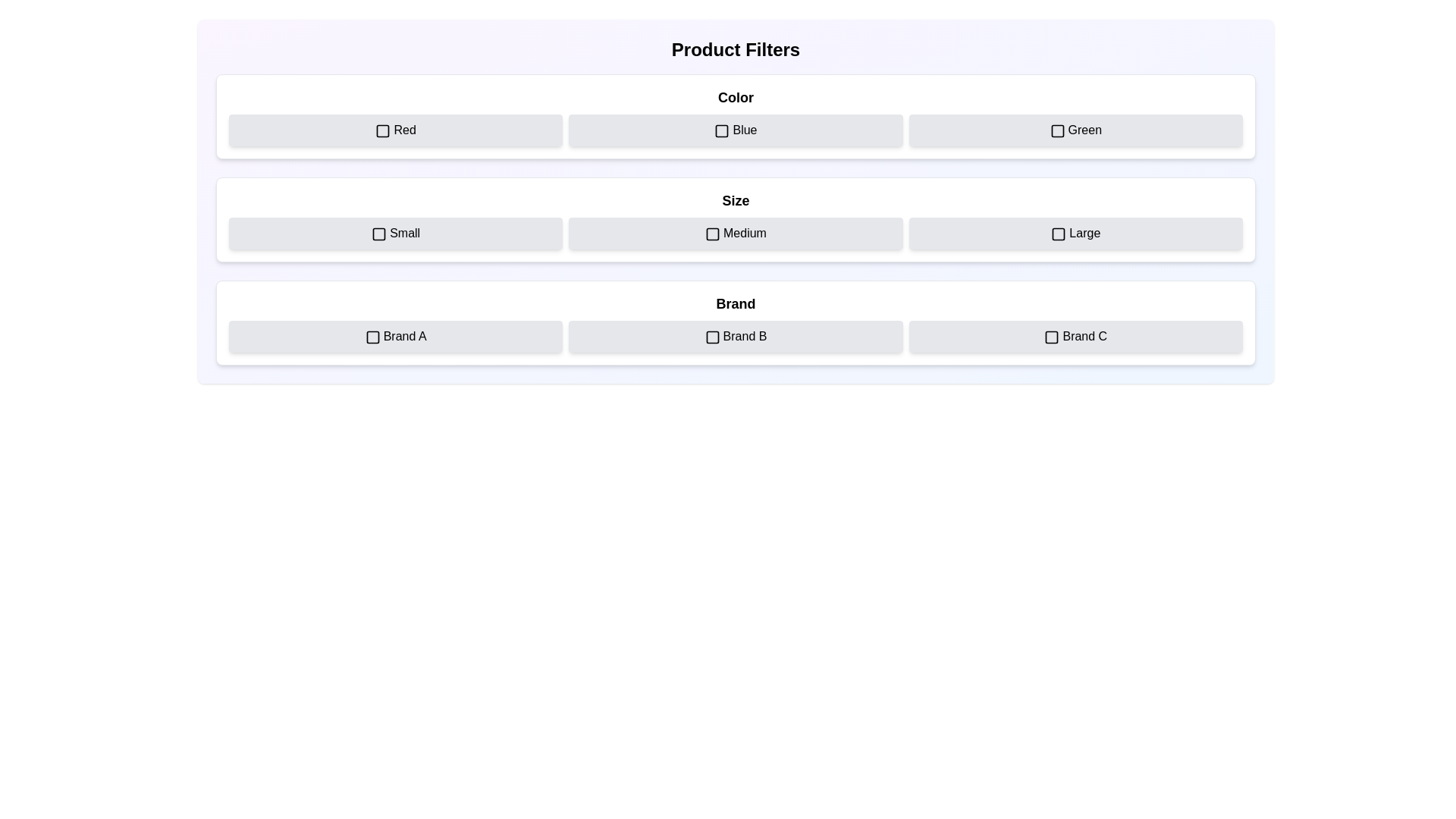 The width and height of the screenshot is (1456, 819). I want to click on the 'Large' size Checkbox located in the 'Size' section, which is the third option in a three-column grid layout, so click(1075, 234).